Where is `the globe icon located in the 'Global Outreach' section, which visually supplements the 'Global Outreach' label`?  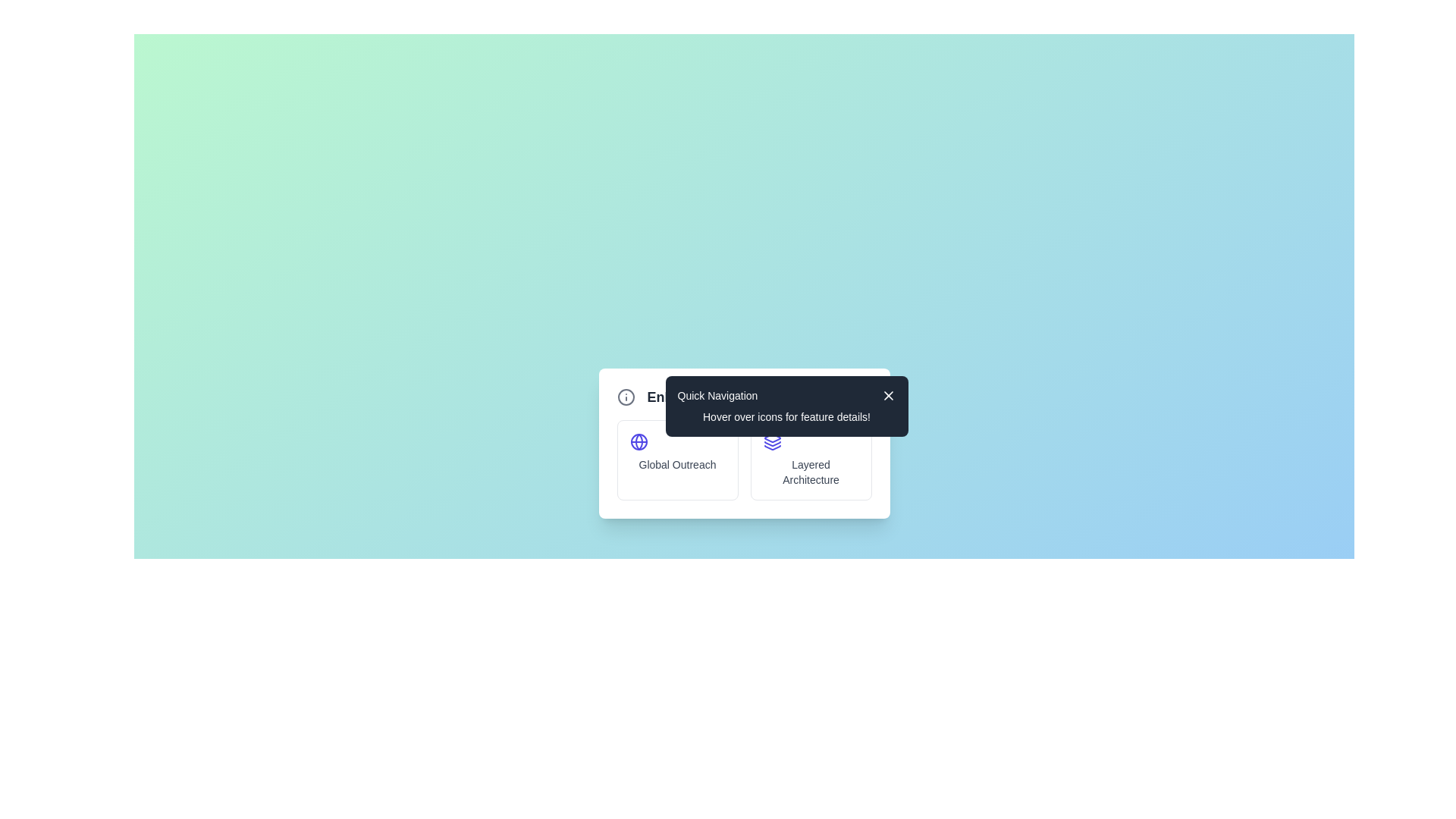
the globe icon located in the 'Global Outreach' section, which visually supplements the 'Global Outreach' label is located at coordinates (639, 441).